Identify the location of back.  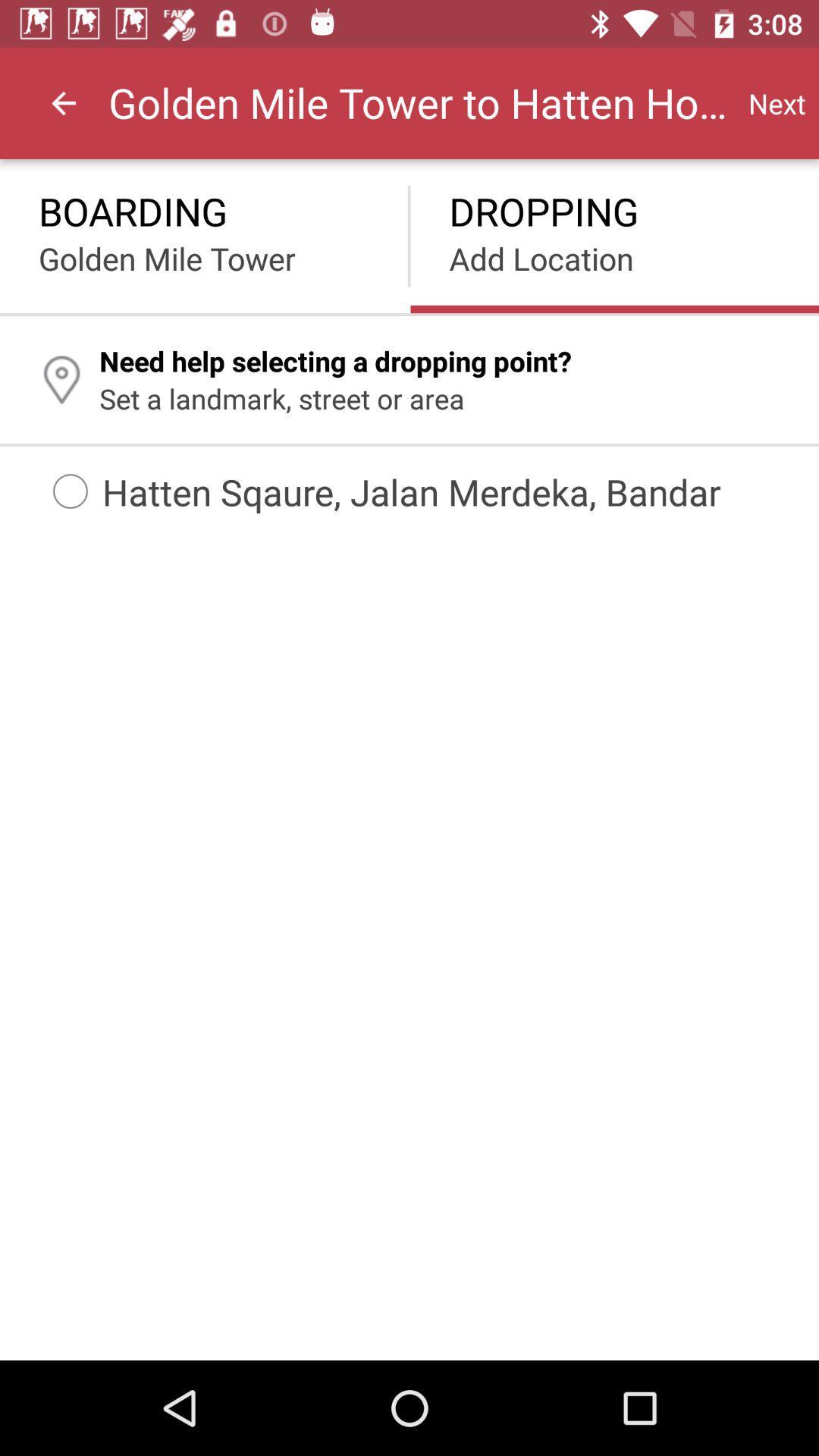
(63, 102).